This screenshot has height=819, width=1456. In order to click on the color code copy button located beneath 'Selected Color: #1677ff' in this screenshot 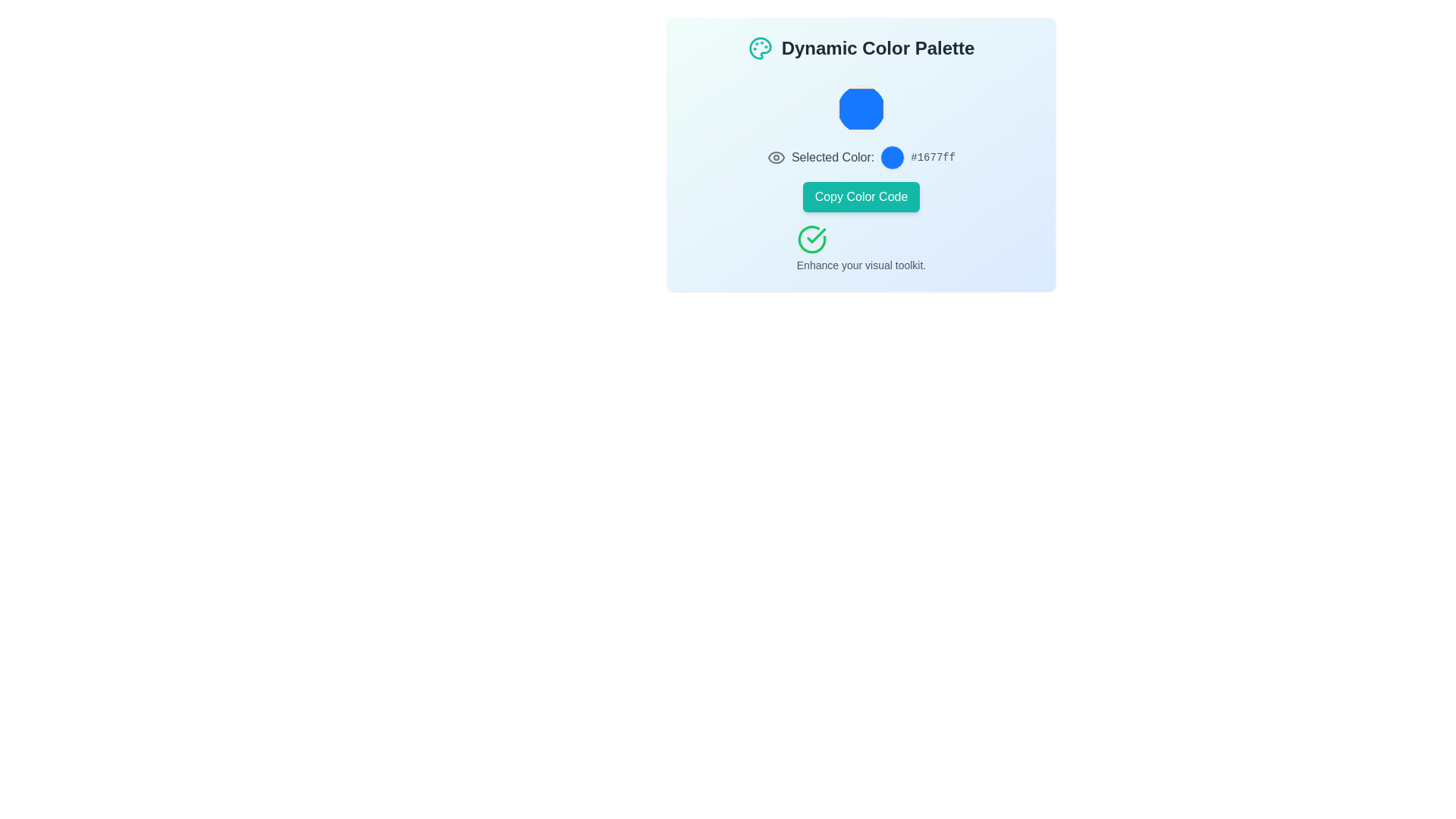, I will do `click(861, 196)`.